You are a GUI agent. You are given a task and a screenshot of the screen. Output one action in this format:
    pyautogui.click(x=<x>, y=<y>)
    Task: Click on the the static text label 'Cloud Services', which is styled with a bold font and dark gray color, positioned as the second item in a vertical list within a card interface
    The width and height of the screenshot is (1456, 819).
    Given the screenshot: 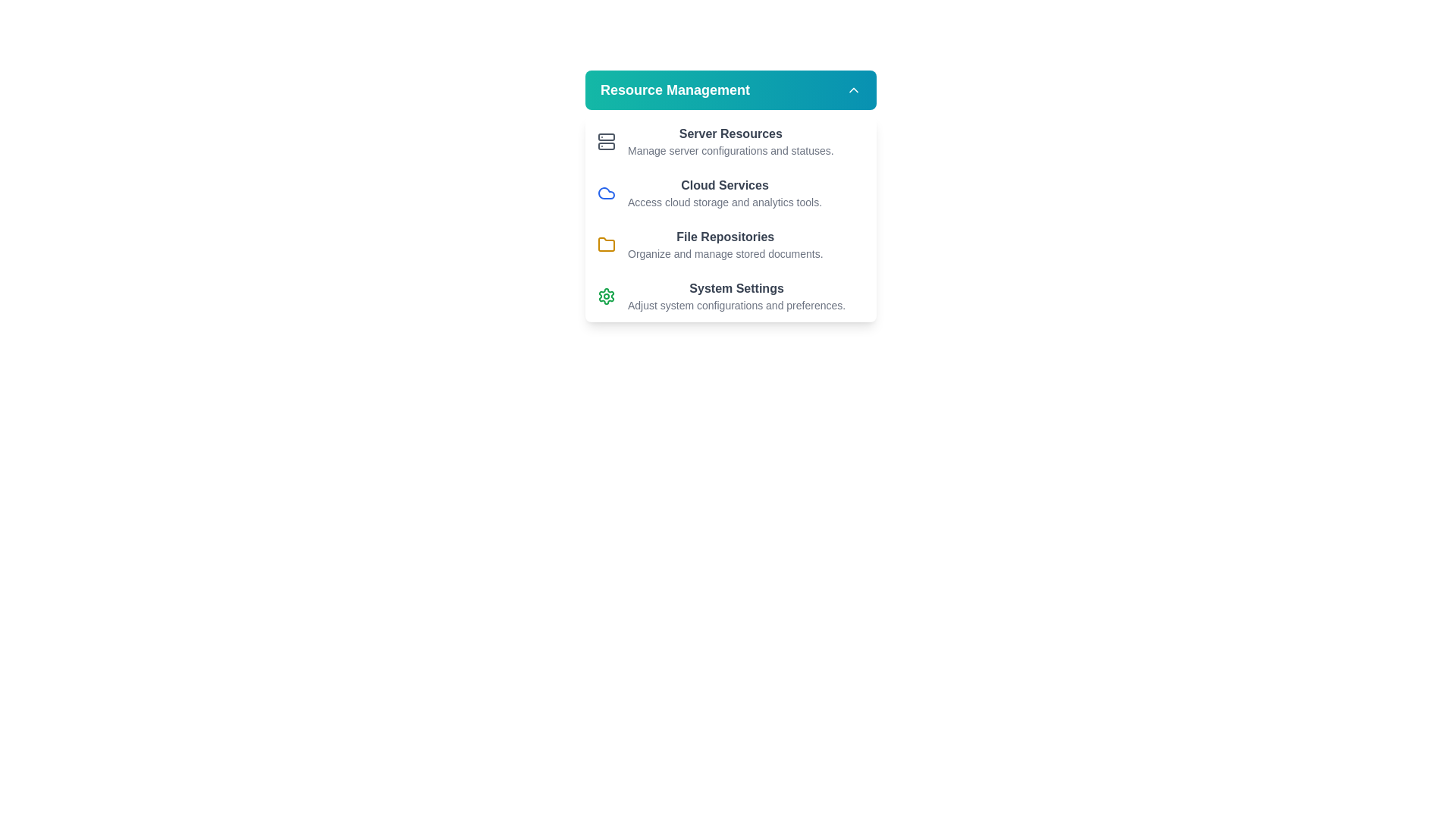 What is the action you would take?
    pyautogui.click(x=723, y=185)
    